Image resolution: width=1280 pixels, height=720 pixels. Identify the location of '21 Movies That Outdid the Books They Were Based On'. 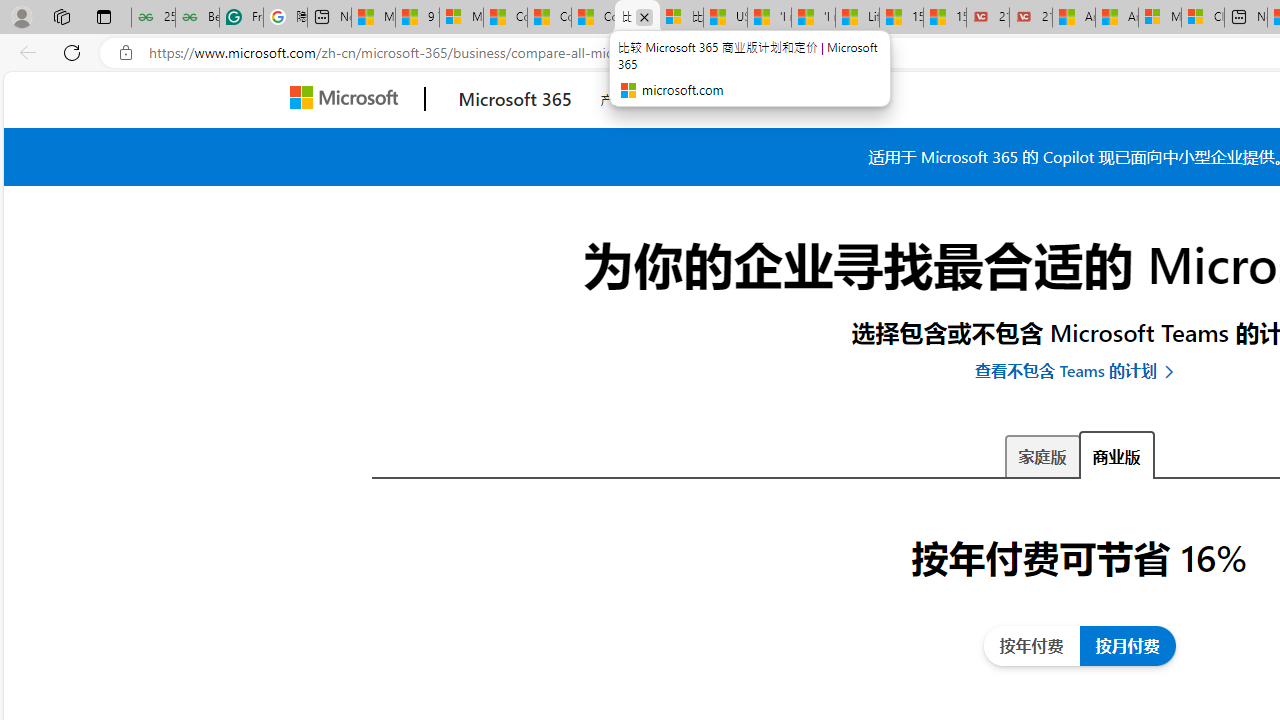
(1031, 17).